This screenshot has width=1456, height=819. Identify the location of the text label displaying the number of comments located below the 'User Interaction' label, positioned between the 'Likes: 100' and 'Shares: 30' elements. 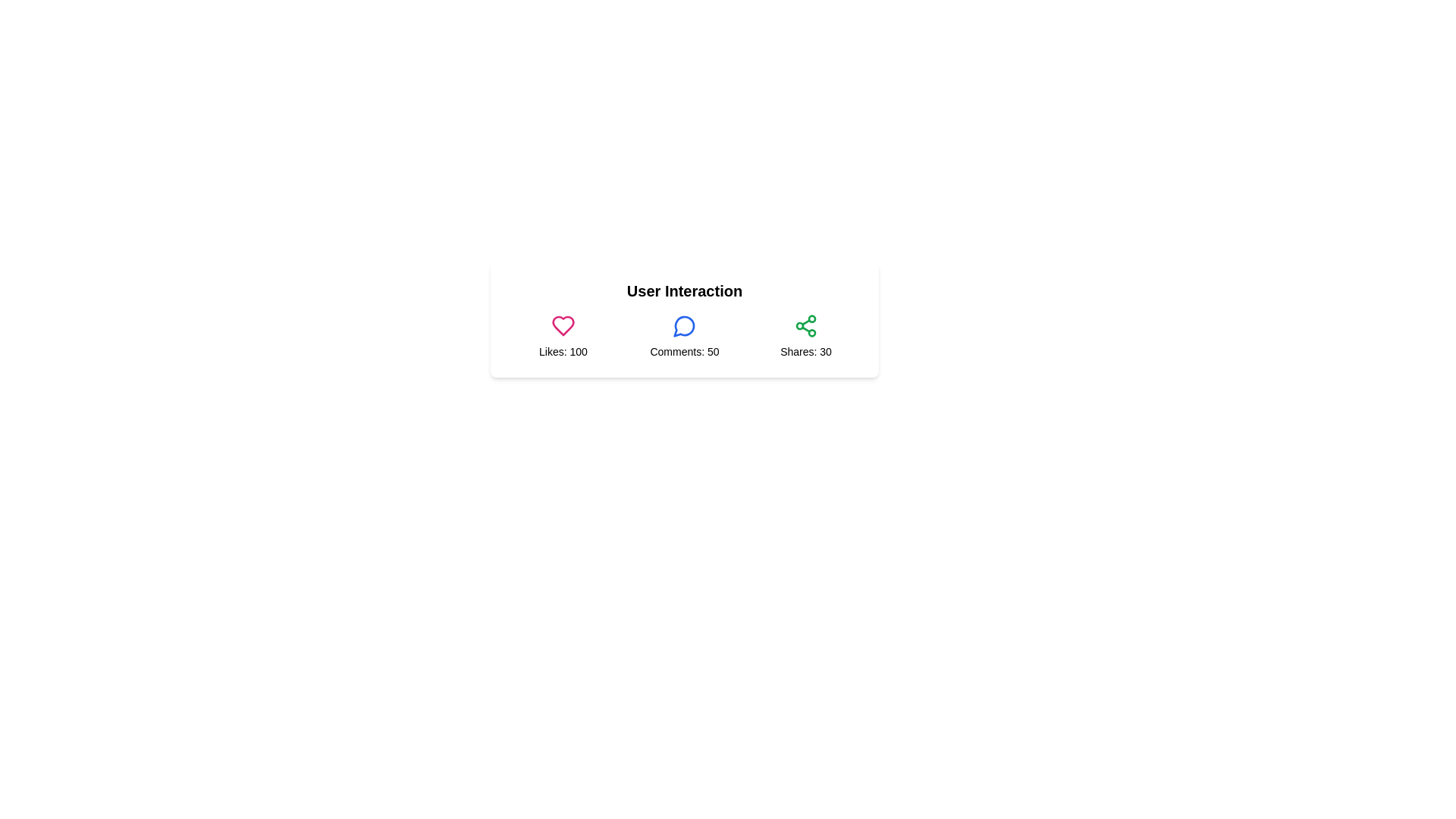
(683, 335).